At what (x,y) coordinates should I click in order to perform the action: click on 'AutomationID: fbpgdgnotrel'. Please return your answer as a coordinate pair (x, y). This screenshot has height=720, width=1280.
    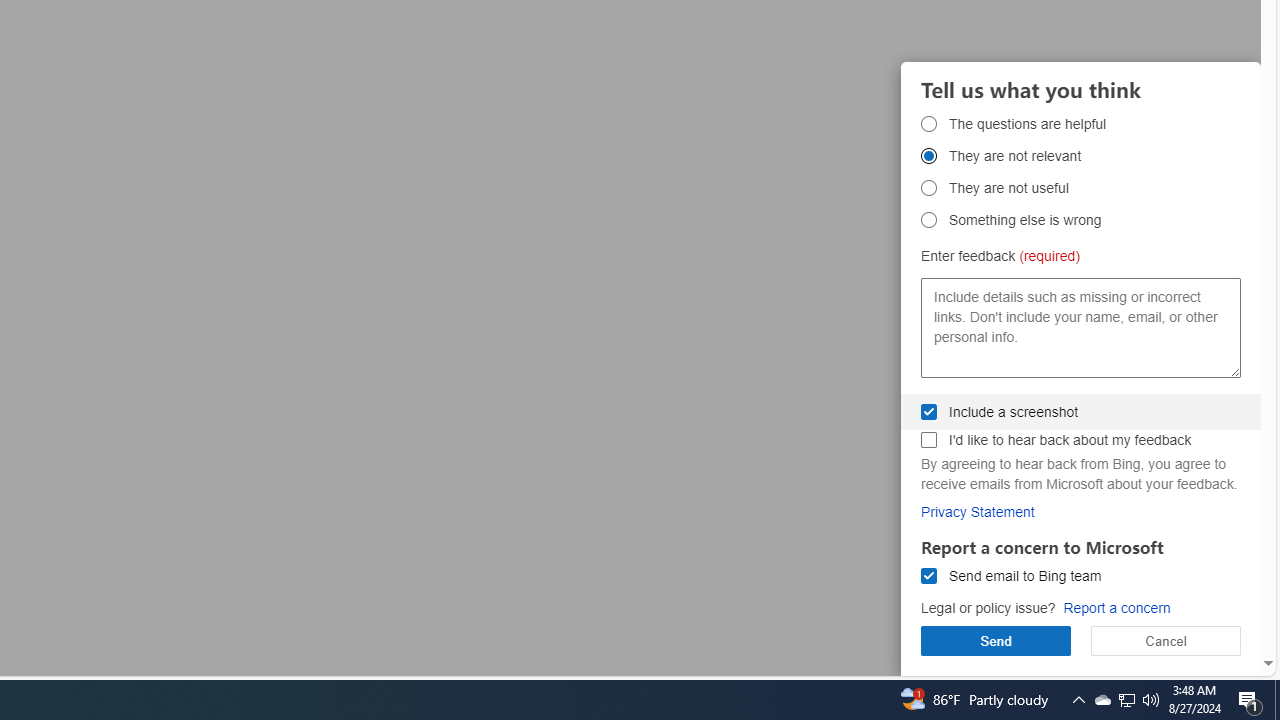
    Looking at the image, I should click on (928, 155).